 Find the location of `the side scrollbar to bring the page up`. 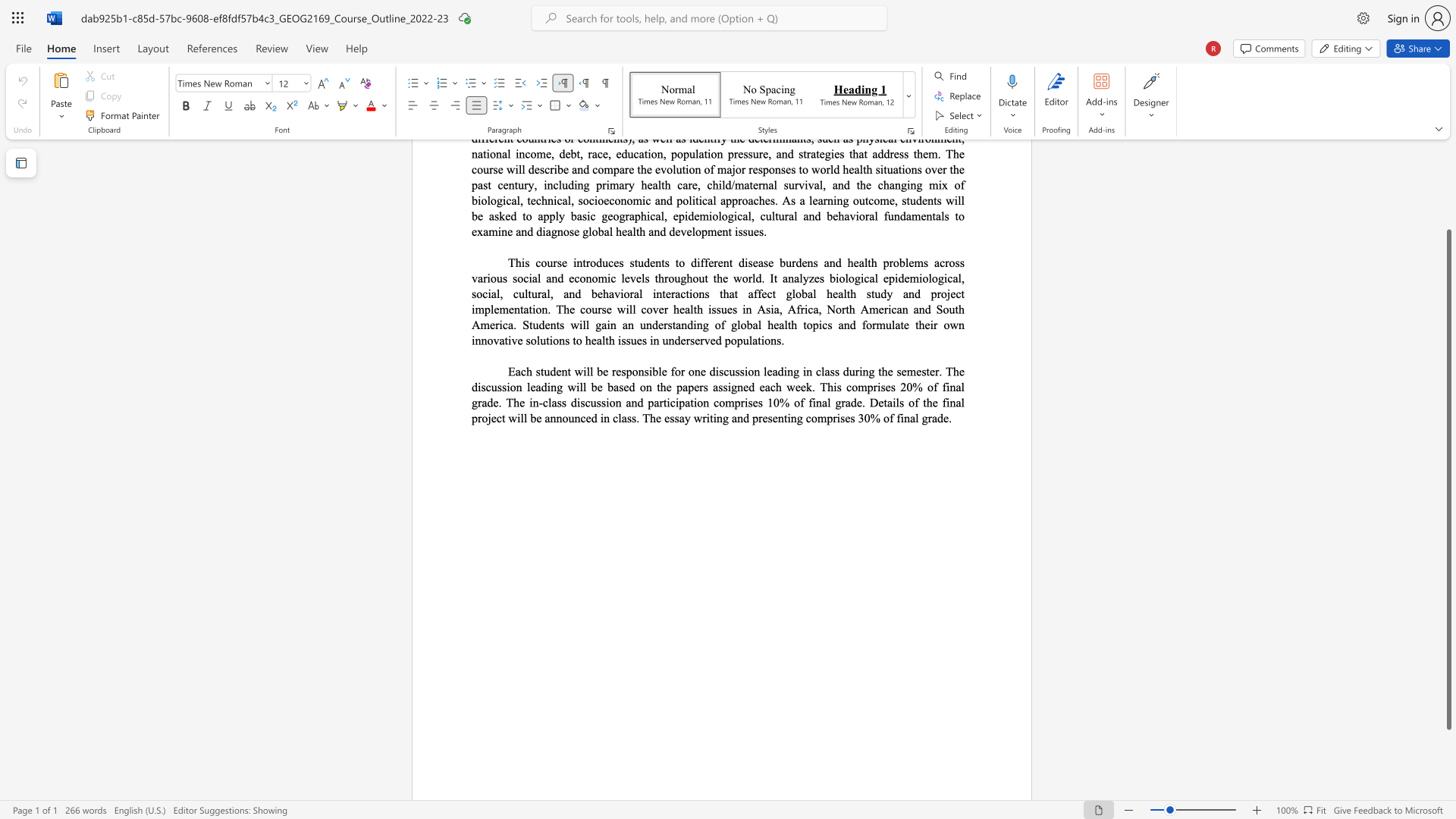

the side scrollbar to bring the page up is located at coordinates (1448, 189).